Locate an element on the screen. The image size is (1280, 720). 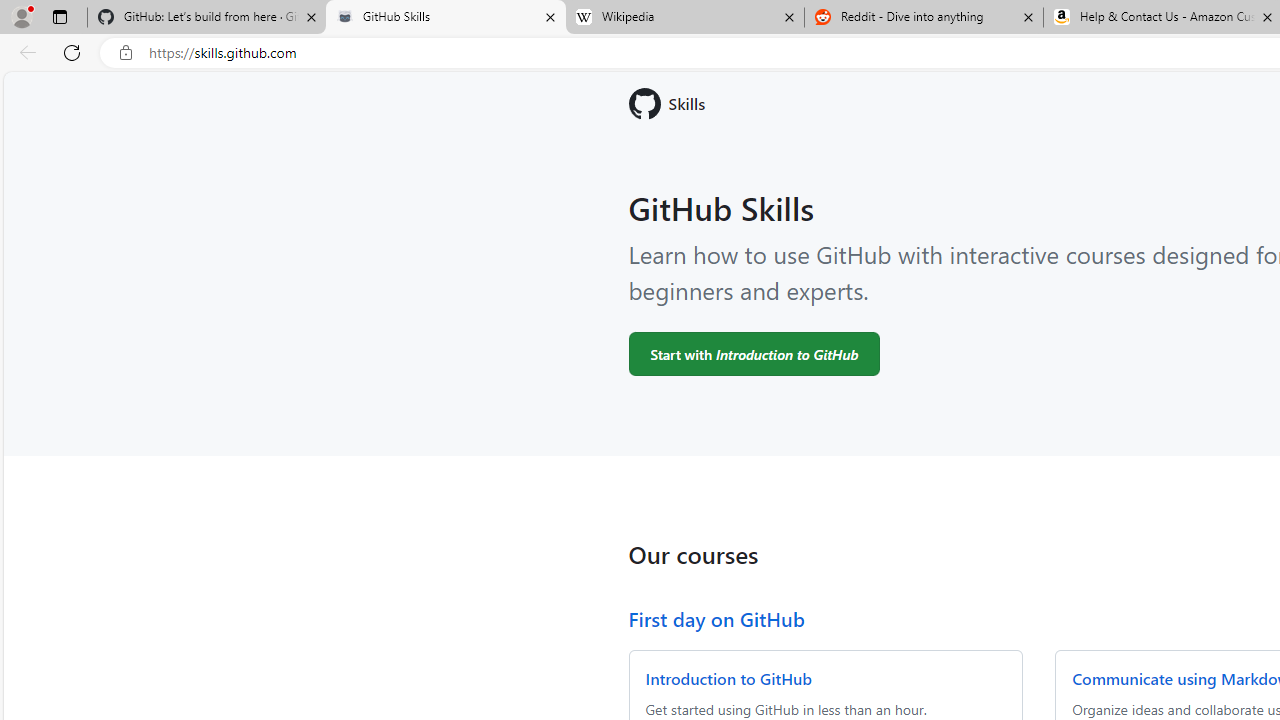
'First day on GitHub' is located at coordinates (716, 617).